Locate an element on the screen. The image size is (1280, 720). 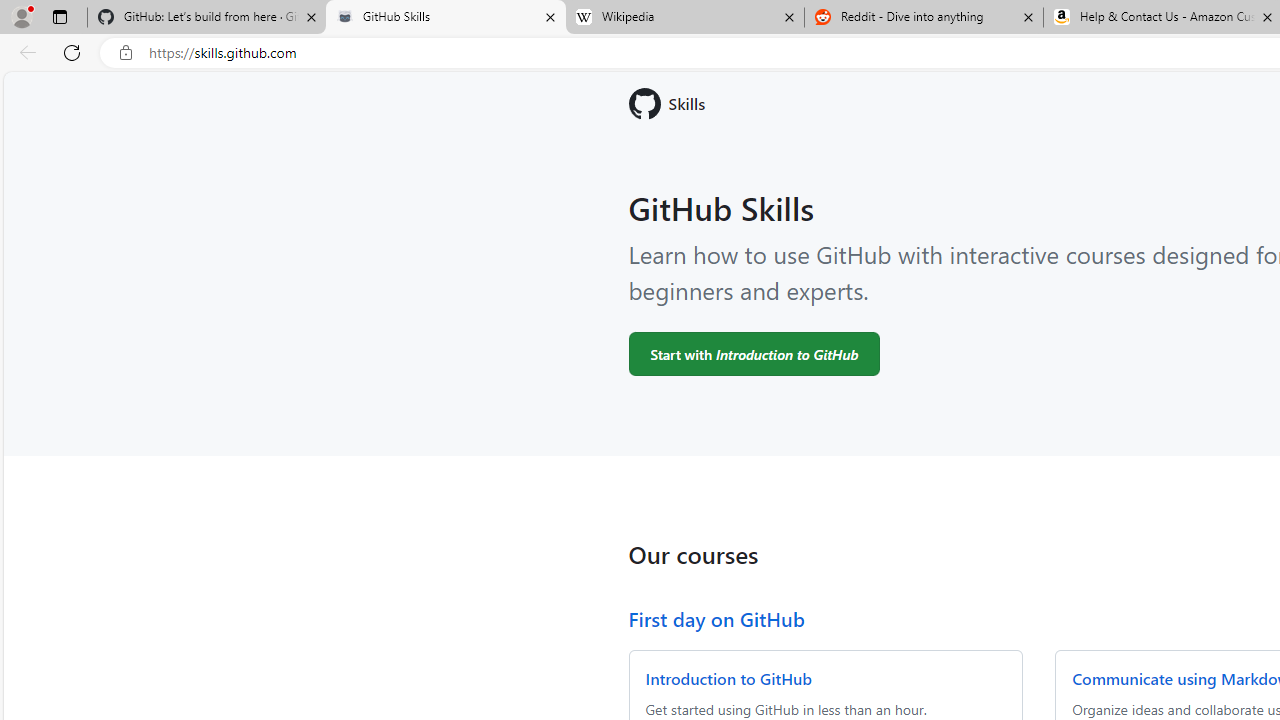
'First day on GitHub' is located at coordinates (716, 617).